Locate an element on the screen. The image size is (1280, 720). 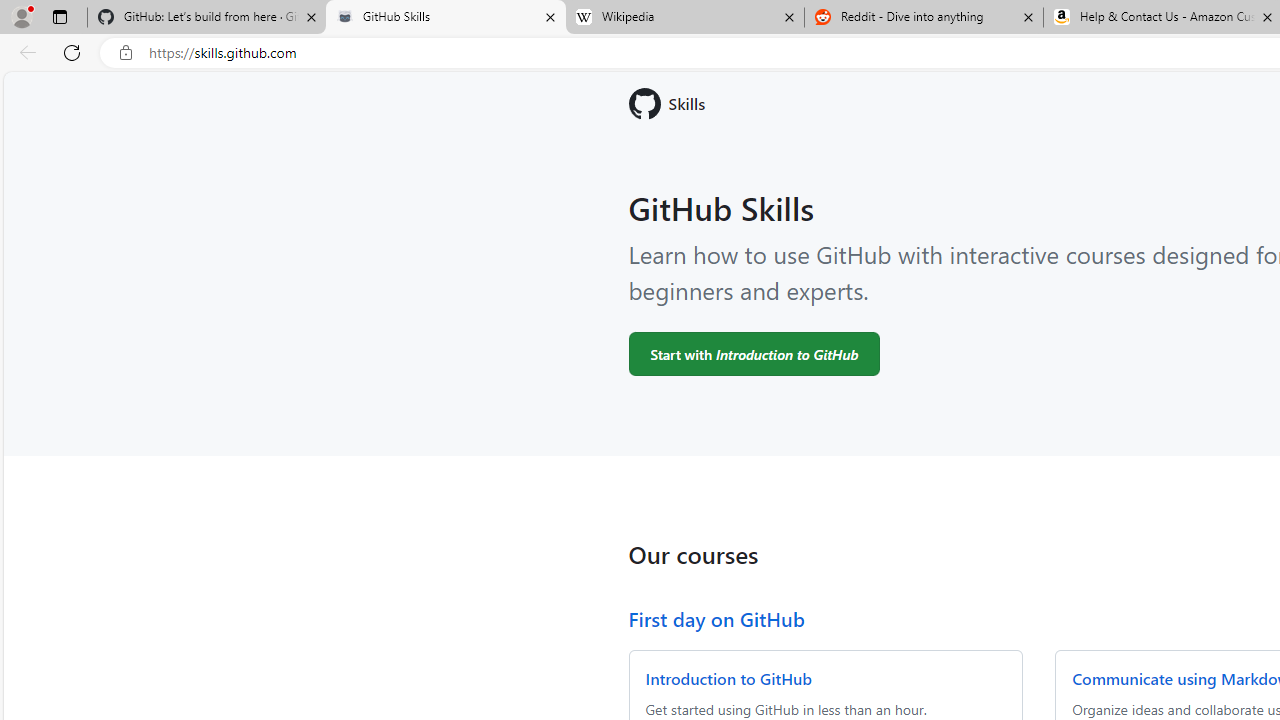
'First day on GitHub' is located at coordinates (716, 617).